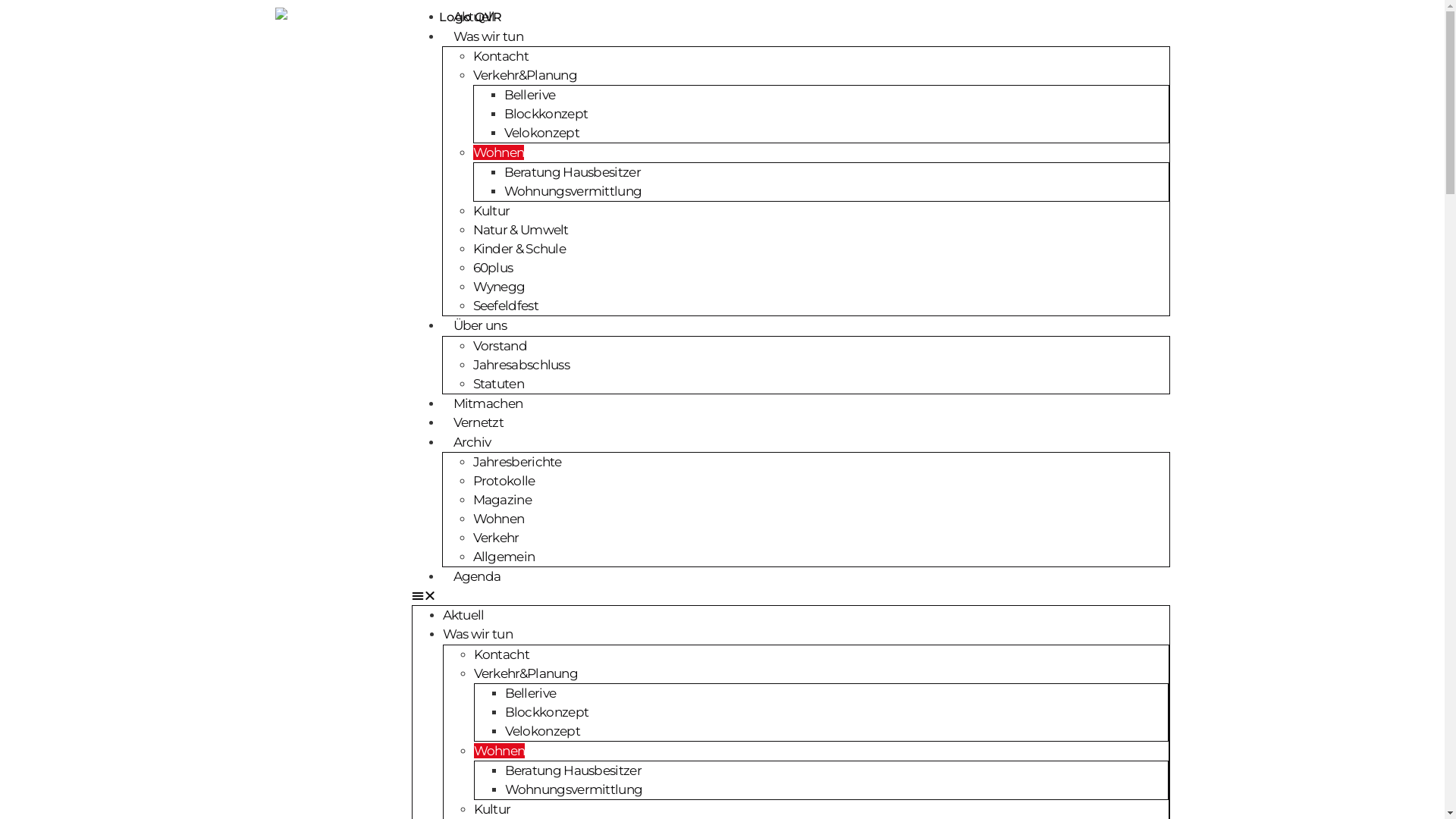 This screenshot has height=819, width=1456. What do you see at coordinates (531, 693) in the screenshot?
I see `'Bellerive'` at bounding box center [531, 693].